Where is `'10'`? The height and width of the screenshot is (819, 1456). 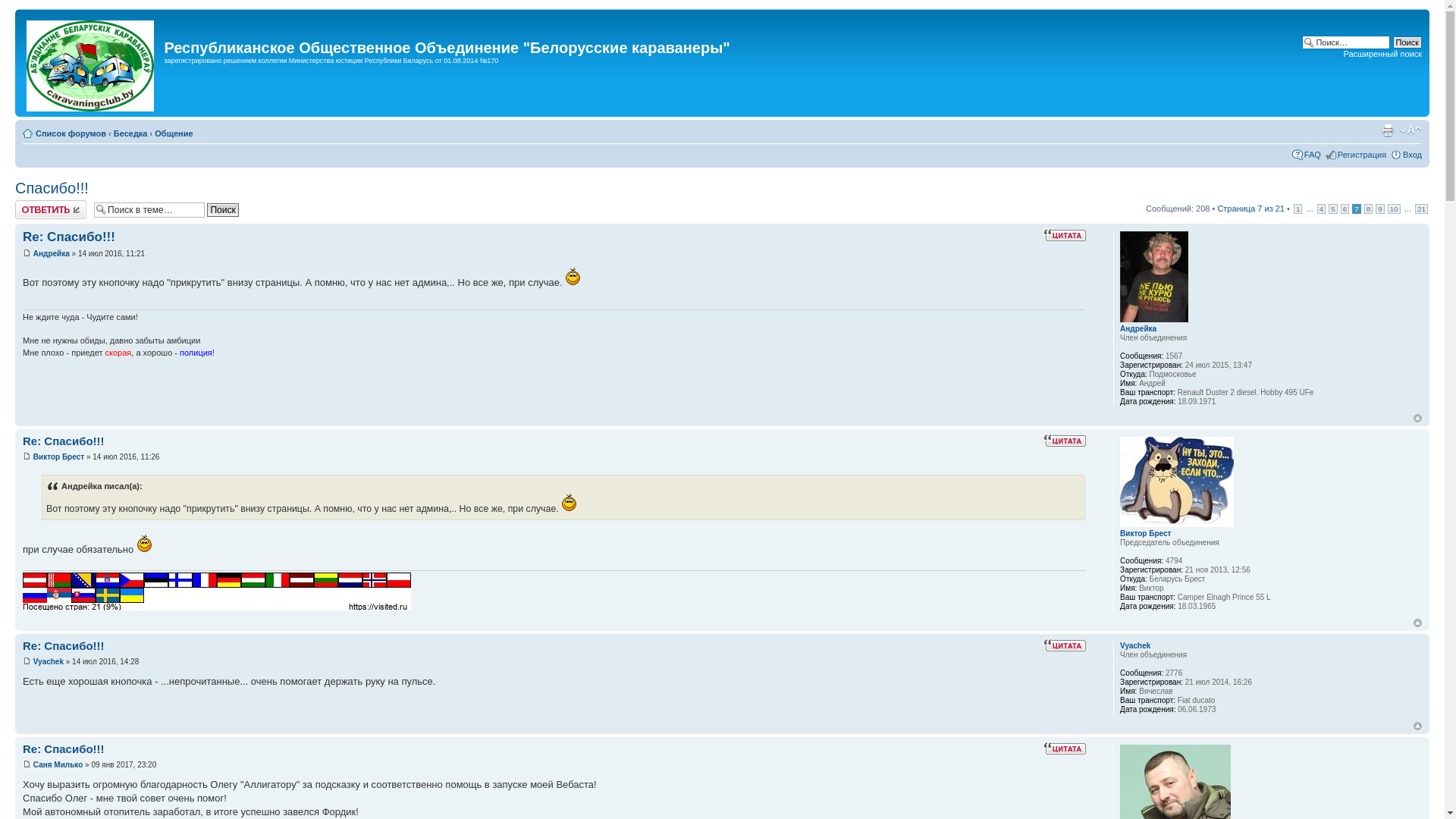 '10' is located at coordinates (1394, 209).